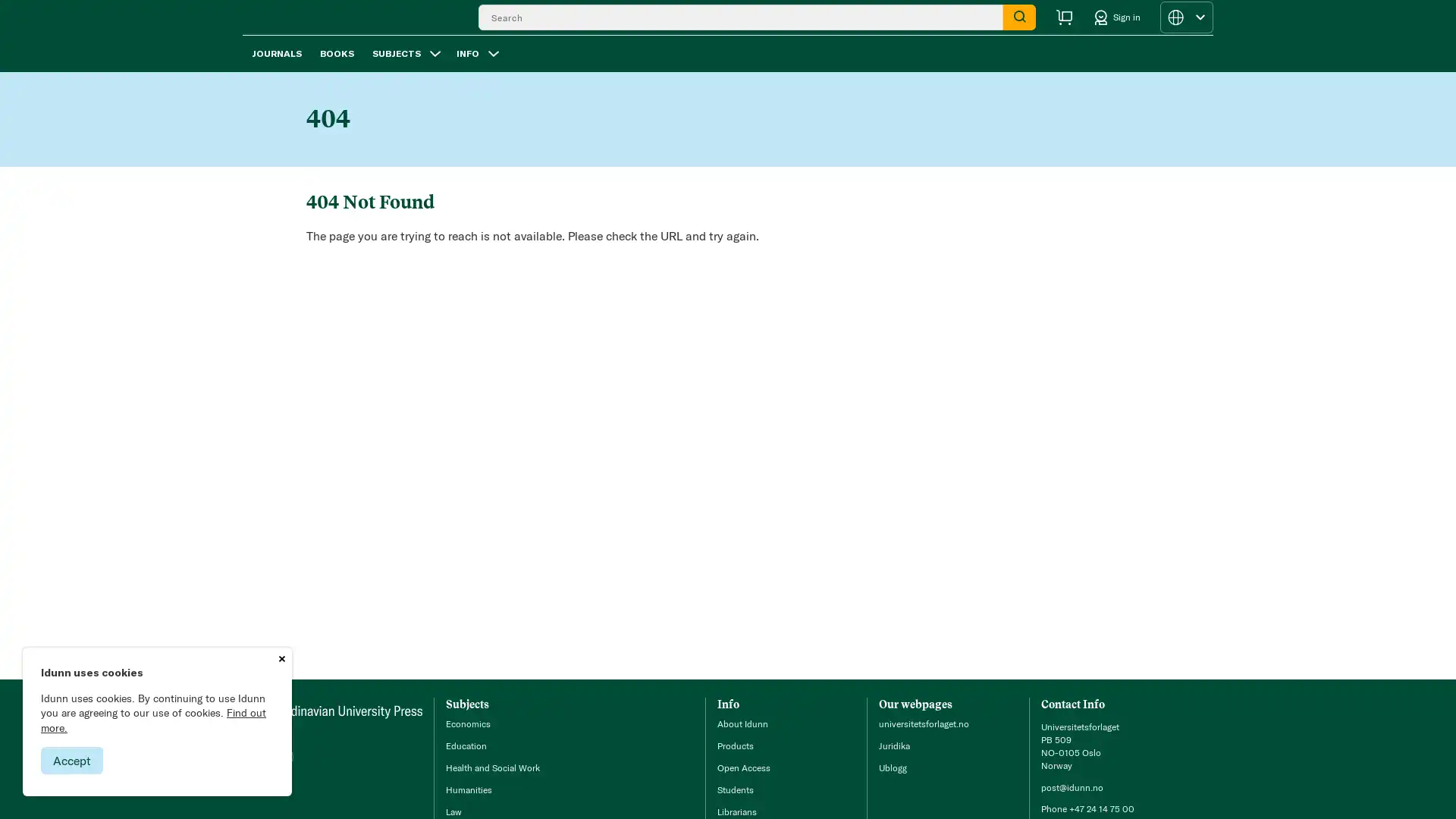  Describe the element at coordinates (1019, 26) in the screenshot. I see `Search` at that location.